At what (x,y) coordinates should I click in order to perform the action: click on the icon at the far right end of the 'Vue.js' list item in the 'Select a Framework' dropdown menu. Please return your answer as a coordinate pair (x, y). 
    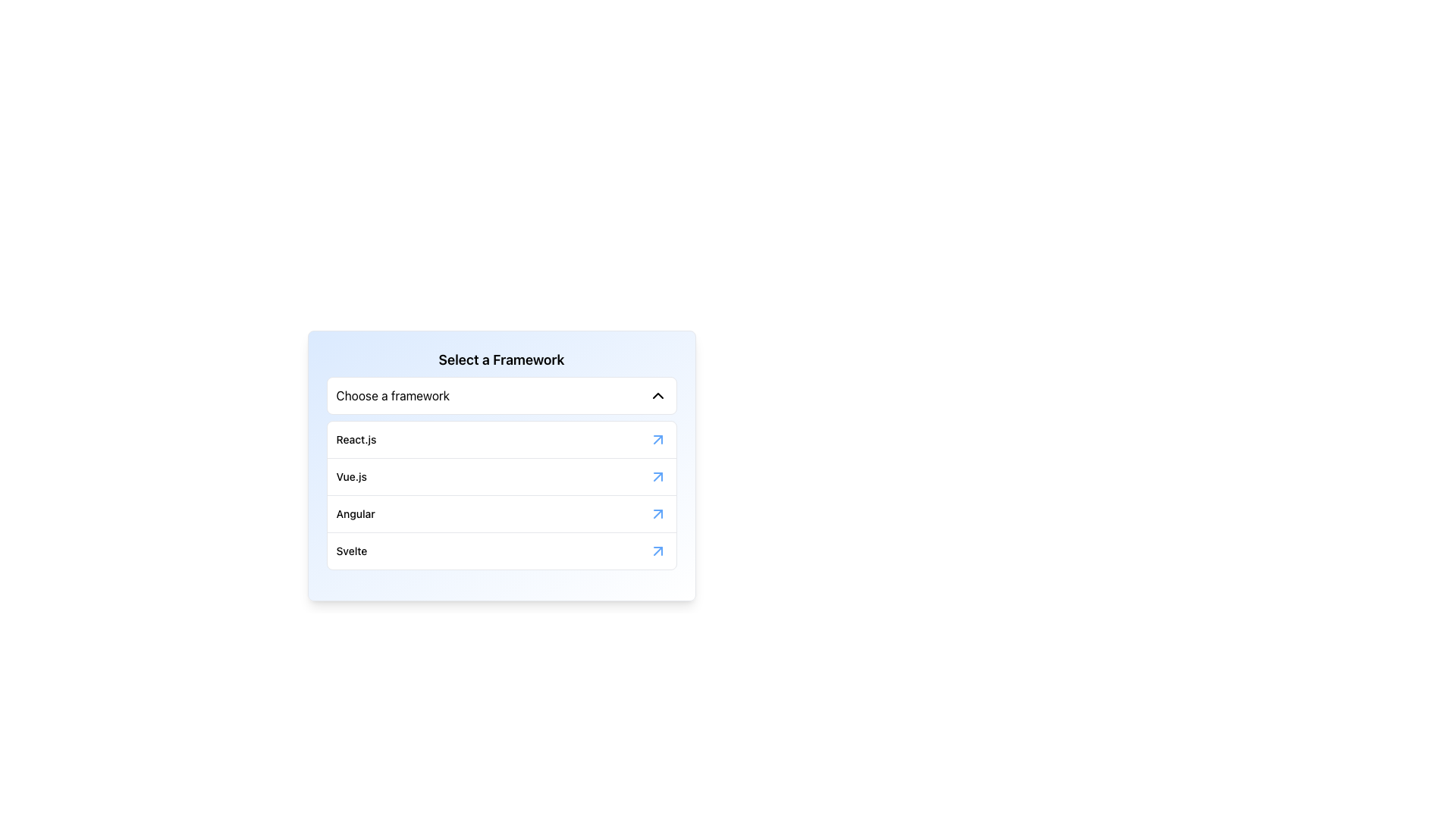
    Looking at the image, I should click on (657, 475).